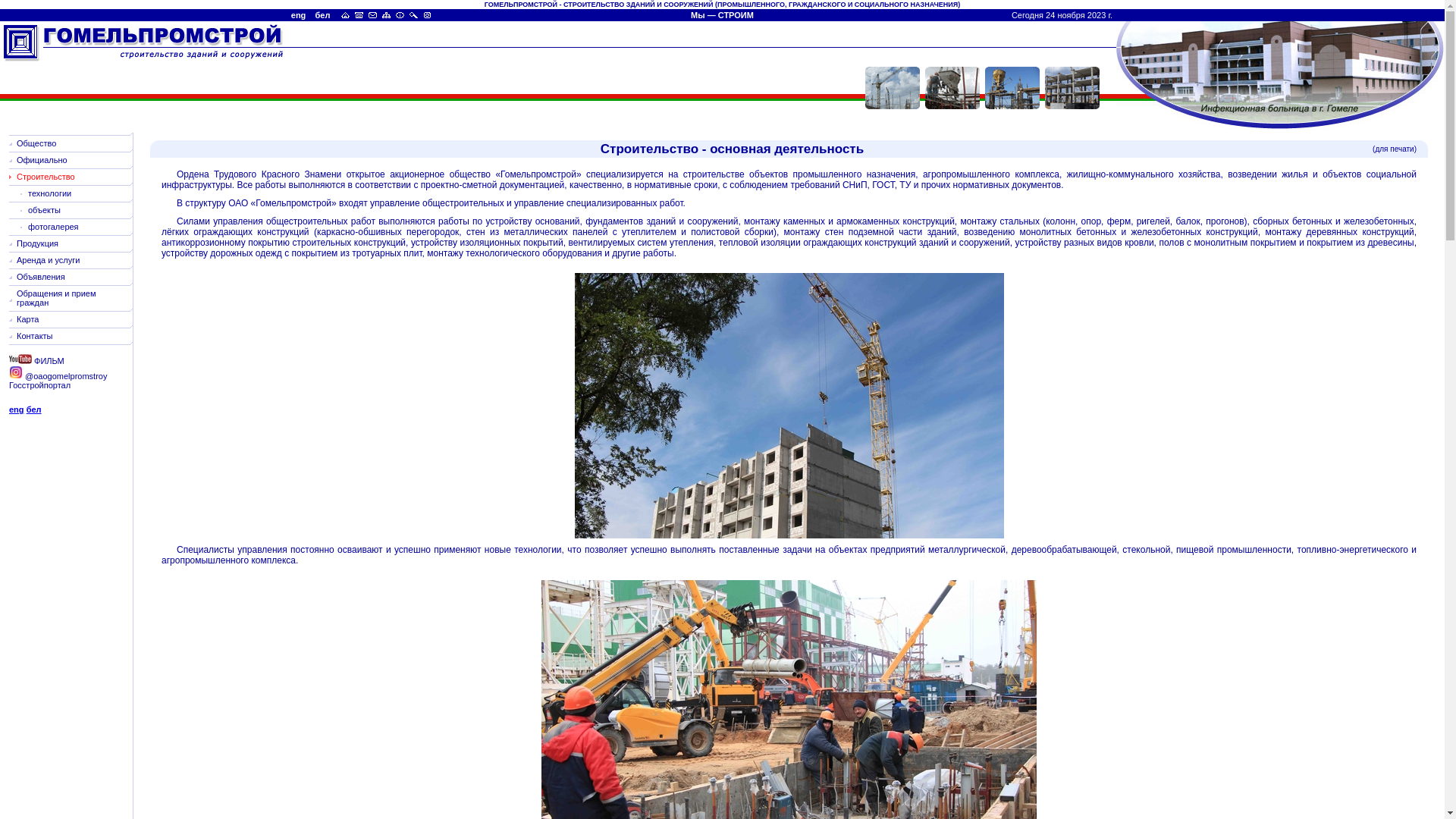 This screenshot has height=819, width=1456. I want to click on 'eng   ', so click(291, 14).